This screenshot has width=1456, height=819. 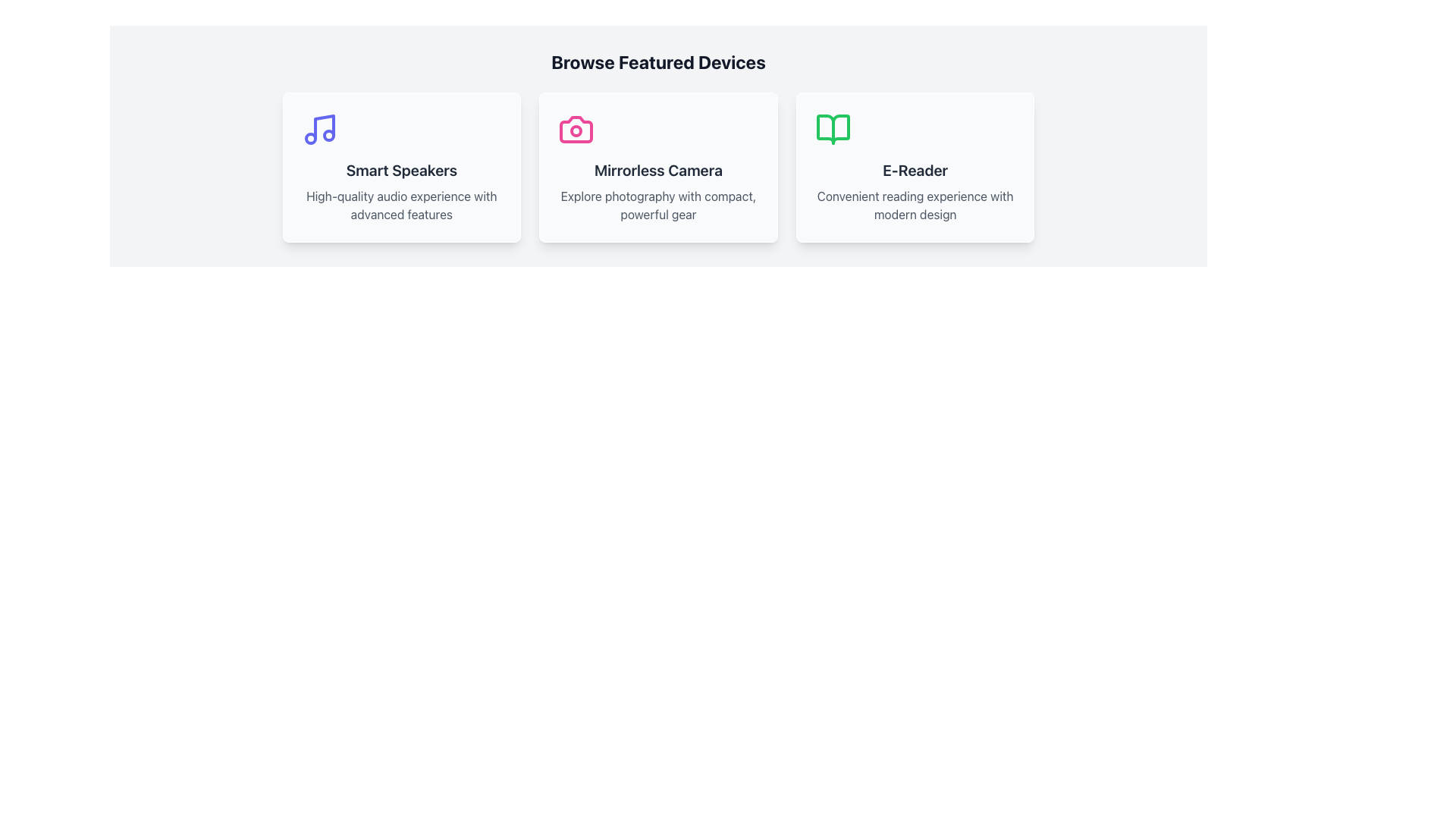 I want to click on text 'Mirrorless Camera' which serves as the title of the middle card in the row under 'Browse Featured Devices', so click(x=658, y=170).